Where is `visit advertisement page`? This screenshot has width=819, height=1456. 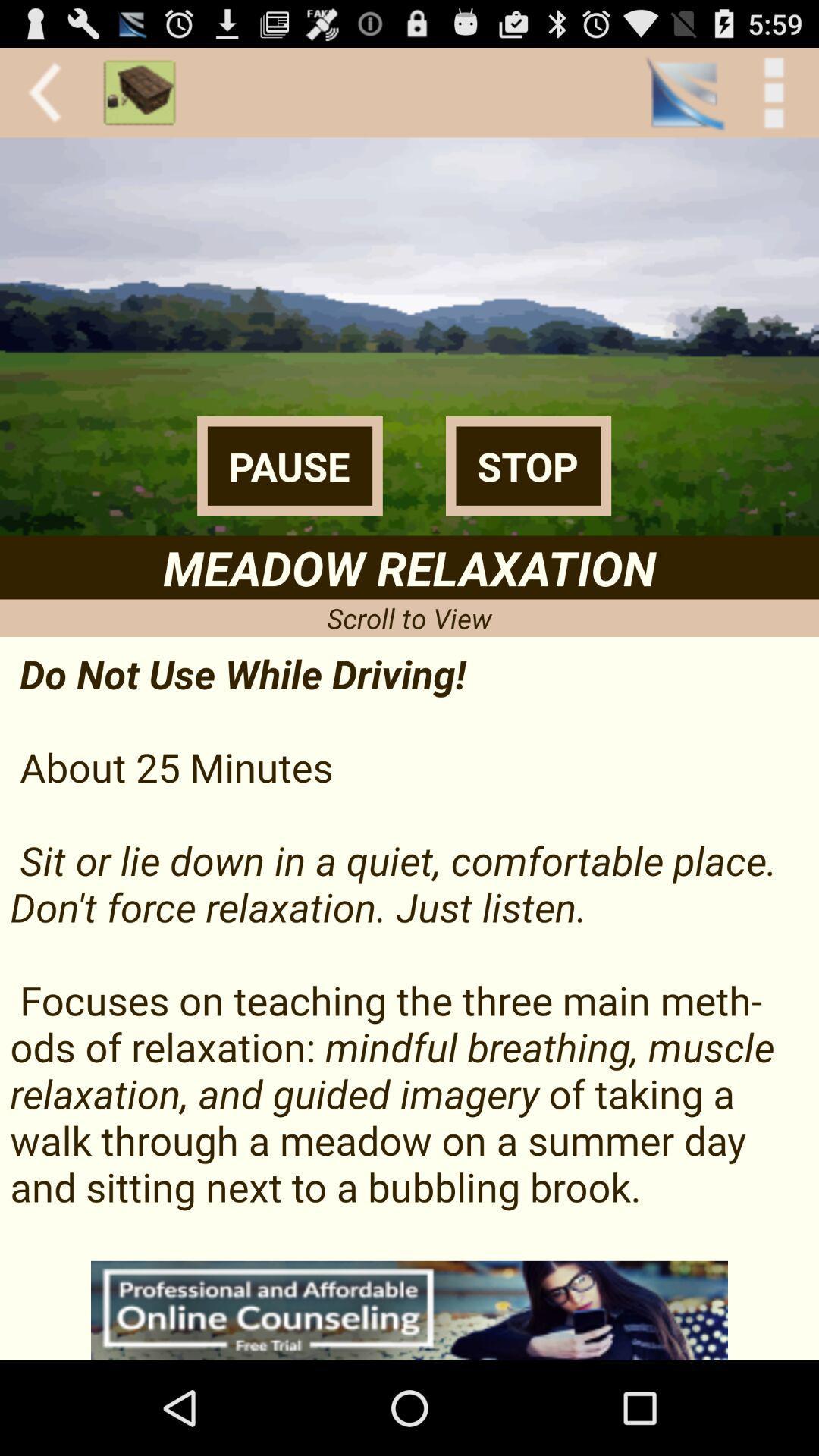
visit advertisement page is located at coordinates (409, 1310).